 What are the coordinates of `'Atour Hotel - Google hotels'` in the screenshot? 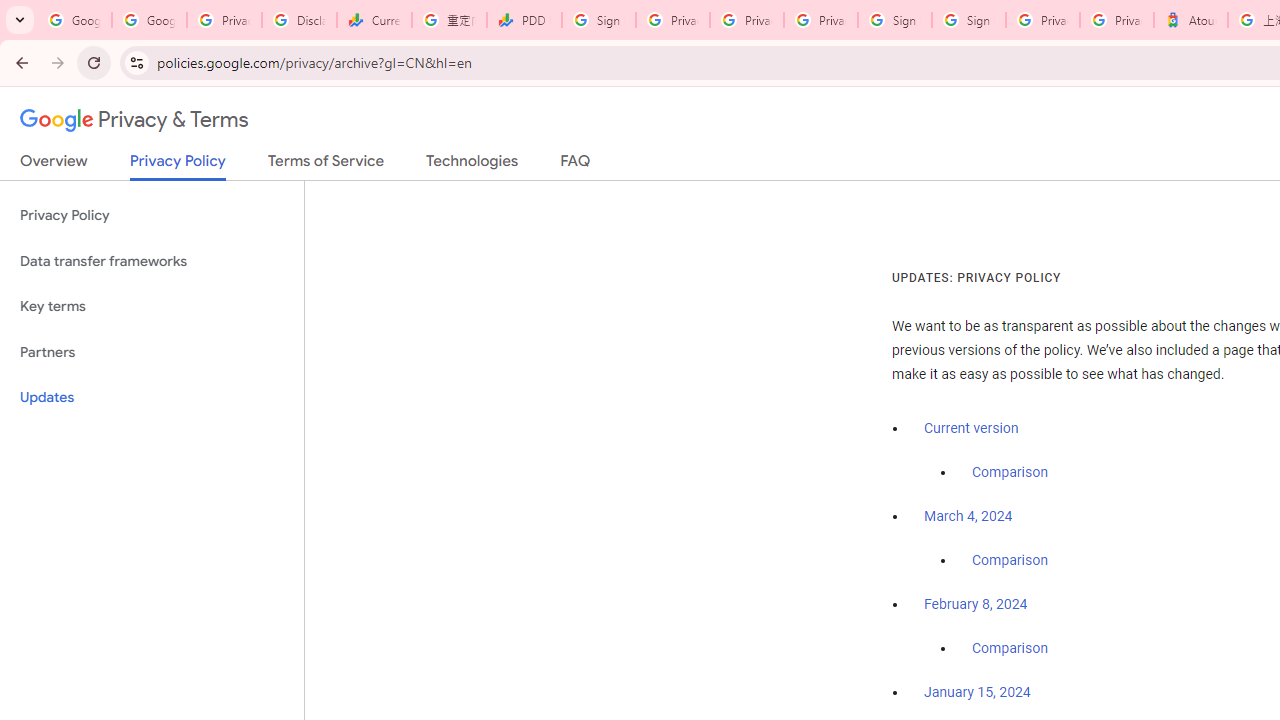 It's located at (1191, 20).